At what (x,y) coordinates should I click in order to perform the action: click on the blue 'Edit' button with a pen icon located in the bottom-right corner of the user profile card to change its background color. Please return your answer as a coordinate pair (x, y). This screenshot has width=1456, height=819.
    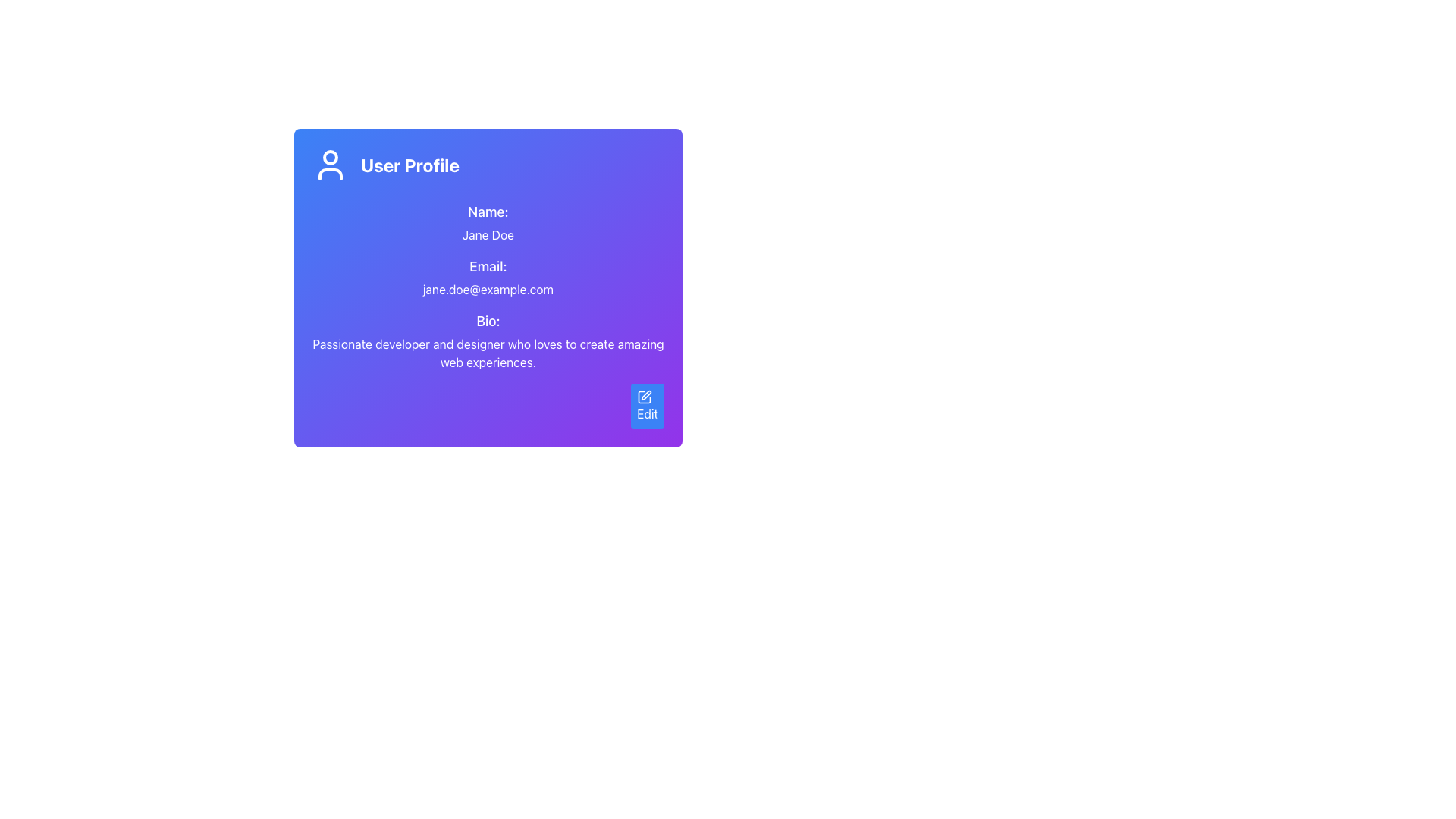
    Looking at the image, I should click on (648, 406).